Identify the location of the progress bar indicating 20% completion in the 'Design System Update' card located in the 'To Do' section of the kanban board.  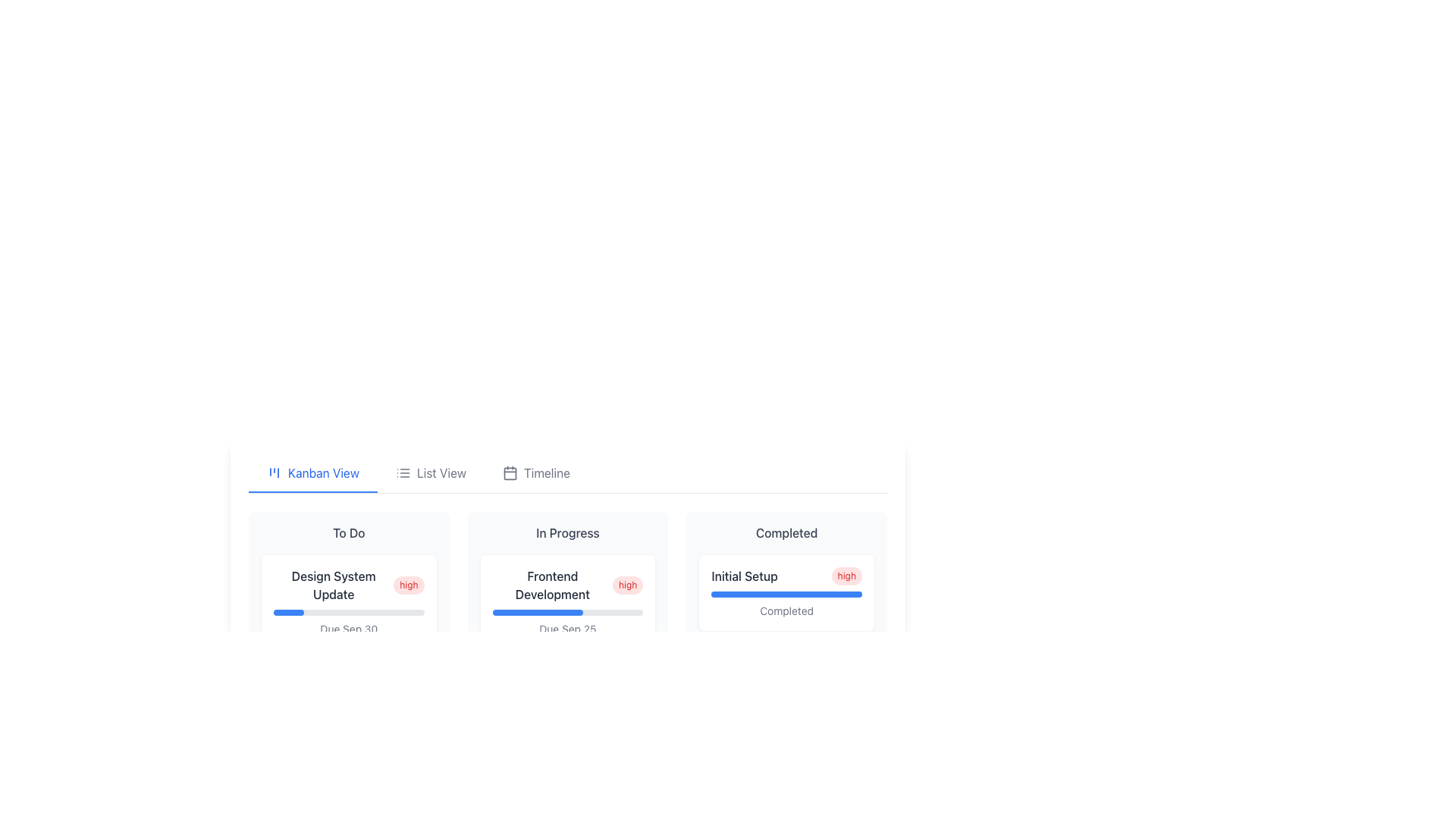
(348, 611).